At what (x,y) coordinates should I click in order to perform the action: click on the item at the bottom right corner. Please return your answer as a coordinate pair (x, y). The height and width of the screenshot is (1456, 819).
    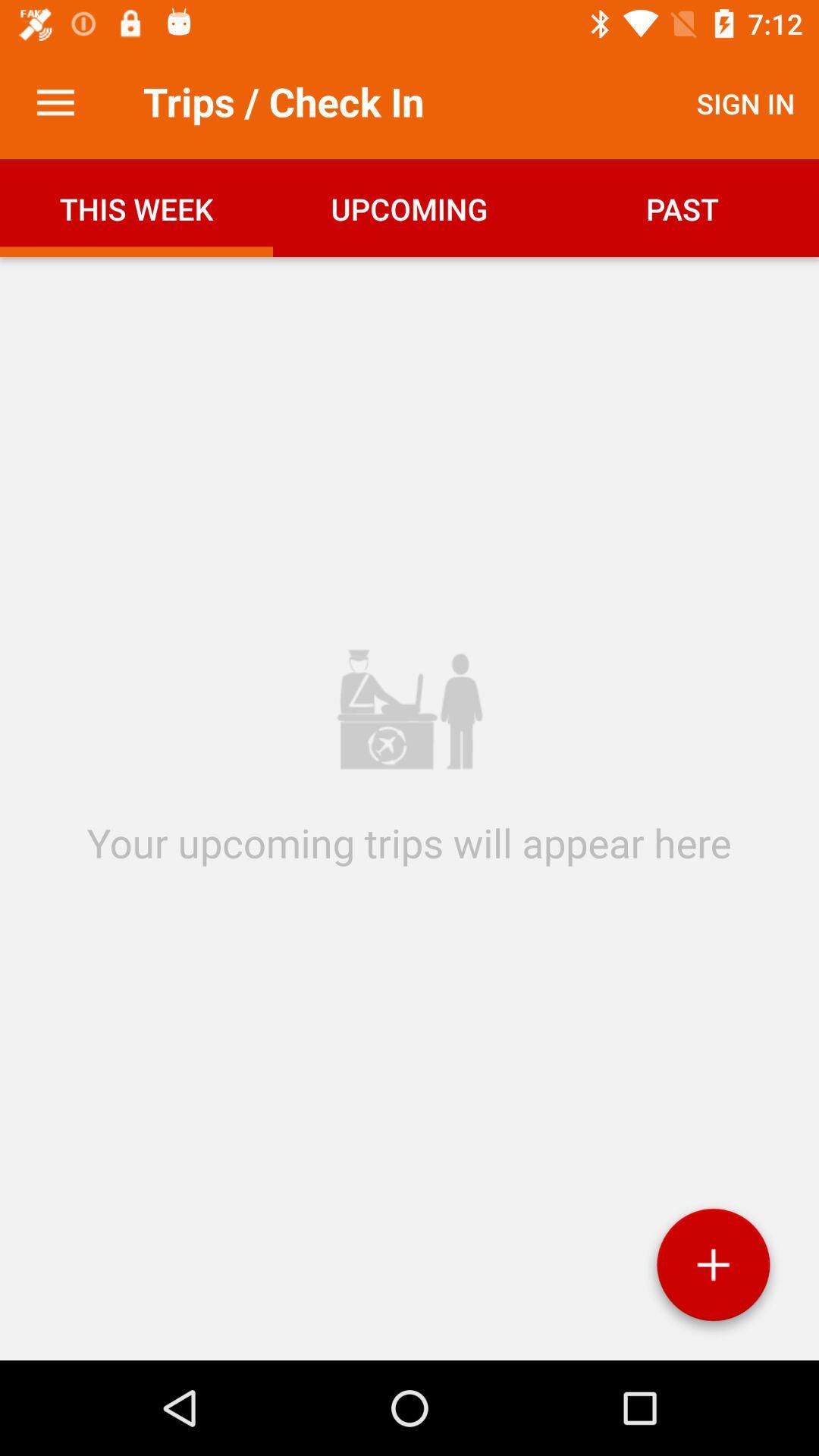
    Looking at the image, I should click on (713, 1270).